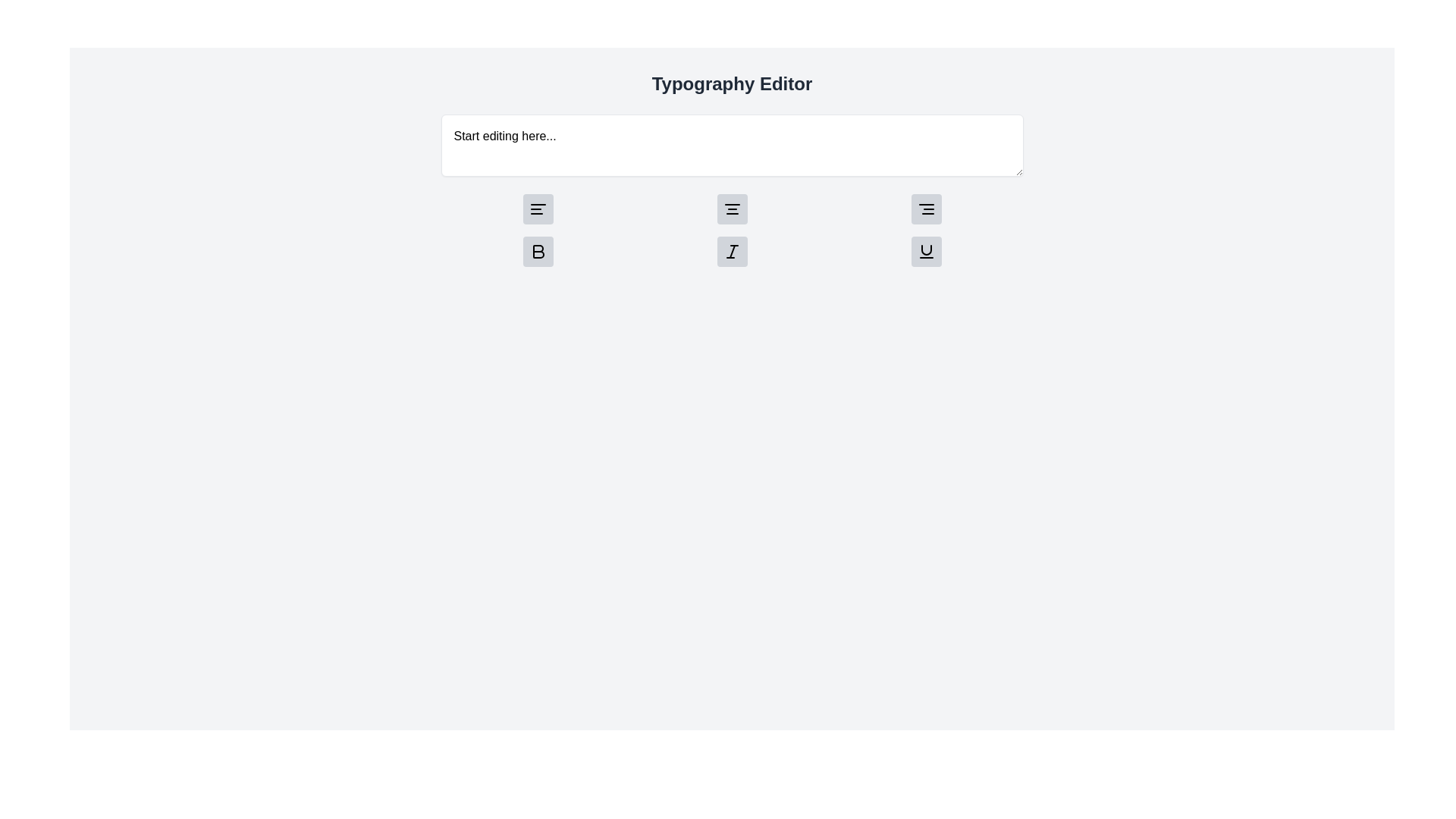 The width and height of the screenshot is (1456, 819). I want to click on the 'Right Text Alignment' icon button located, so click(925, 209).